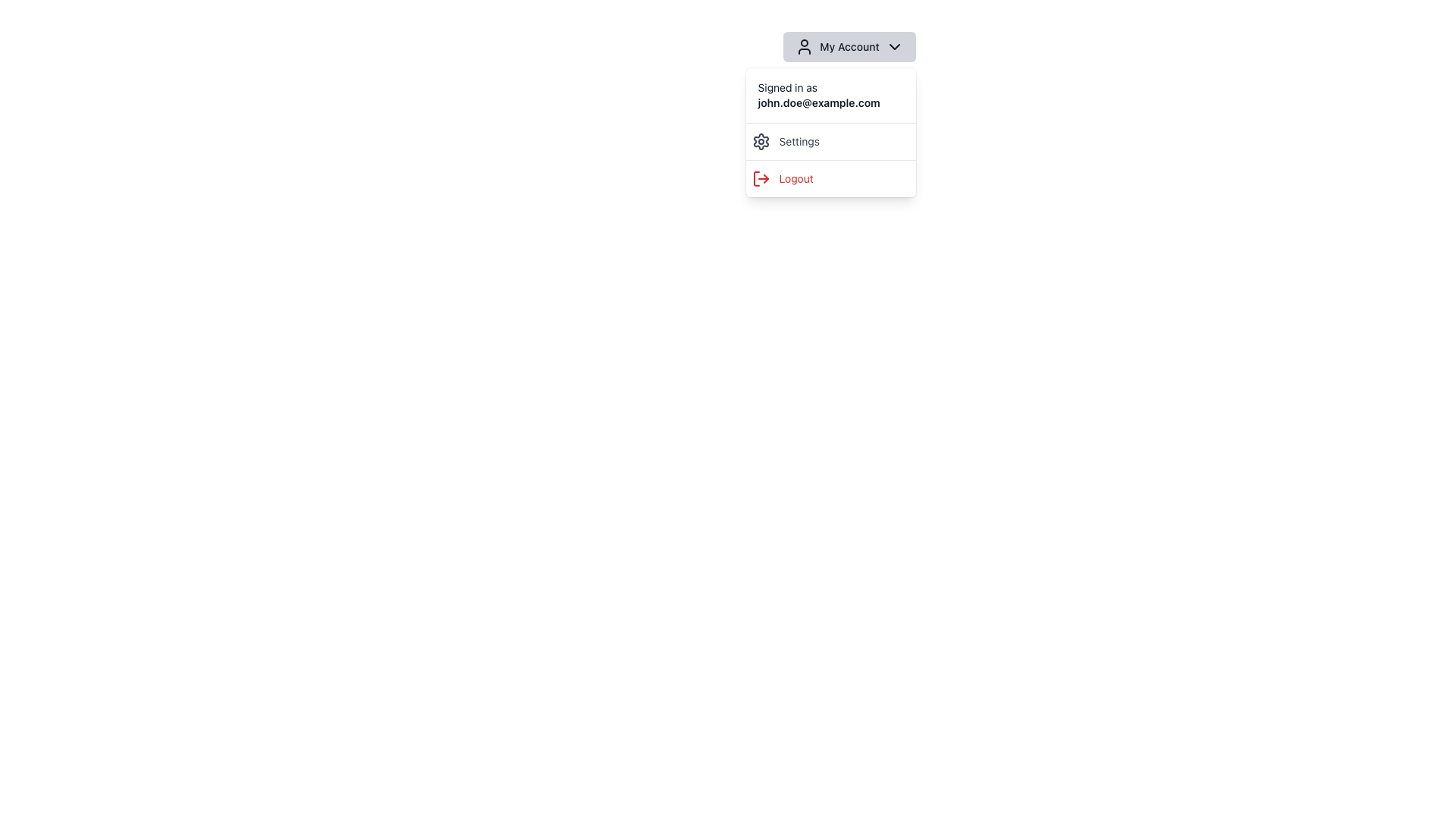 This screenshot has width=1456, height=819. What do you see at coordinates (830, 131) in the screenshot?
I see `the dropdown menu located in the top-right corner of the viewport` at bounding box center [830, 131].